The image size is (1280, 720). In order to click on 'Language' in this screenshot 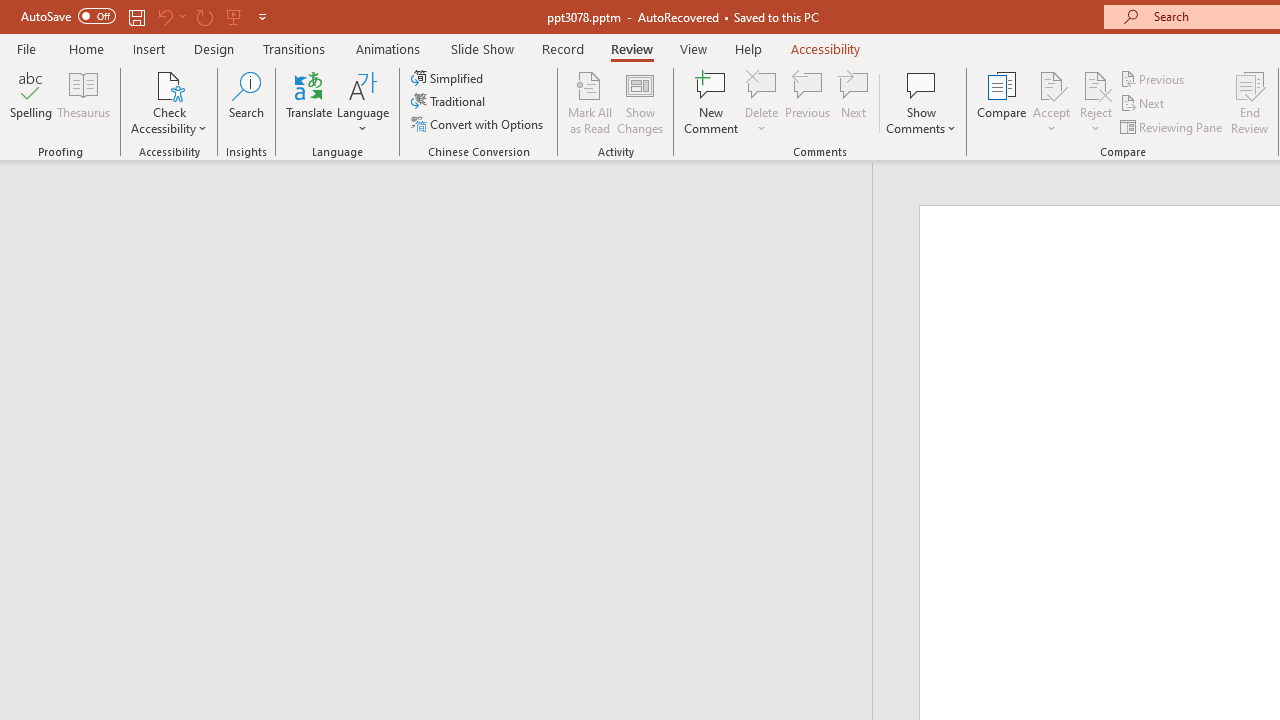, I will do `click(363, 103)`.